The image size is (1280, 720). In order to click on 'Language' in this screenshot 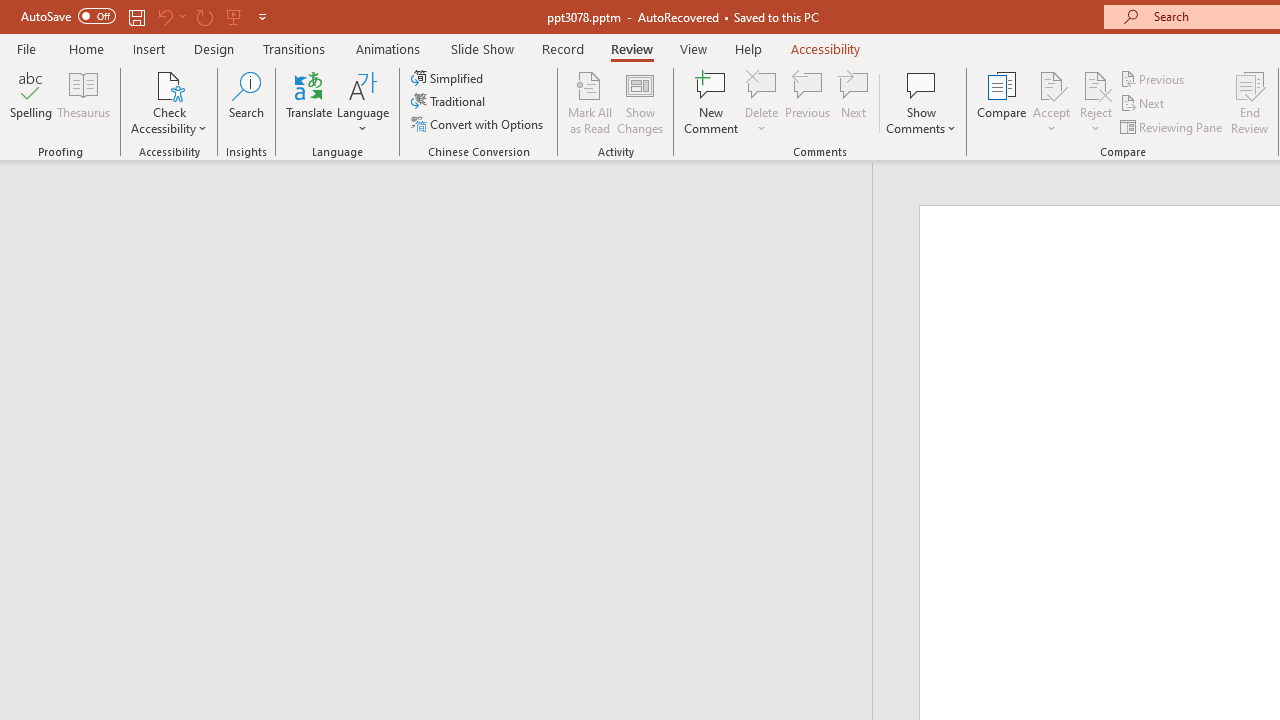, I will do `click(363, 103)`.